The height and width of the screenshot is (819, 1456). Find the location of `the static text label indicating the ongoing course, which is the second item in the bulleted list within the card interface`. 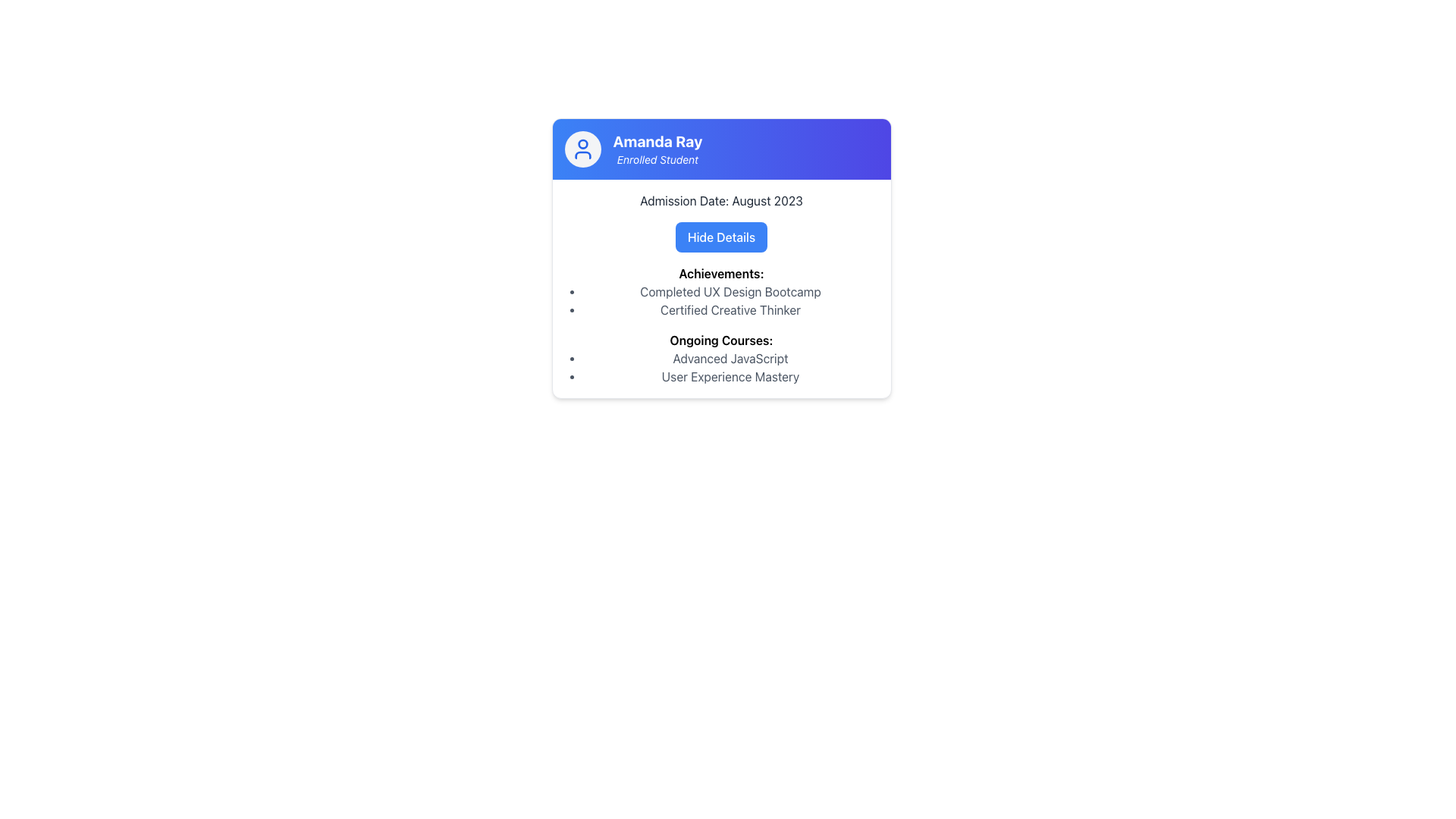

the static text label indicating the ongoing course, which is the second item in the bulleted list within the card interface is located at coordinates (730, 376).